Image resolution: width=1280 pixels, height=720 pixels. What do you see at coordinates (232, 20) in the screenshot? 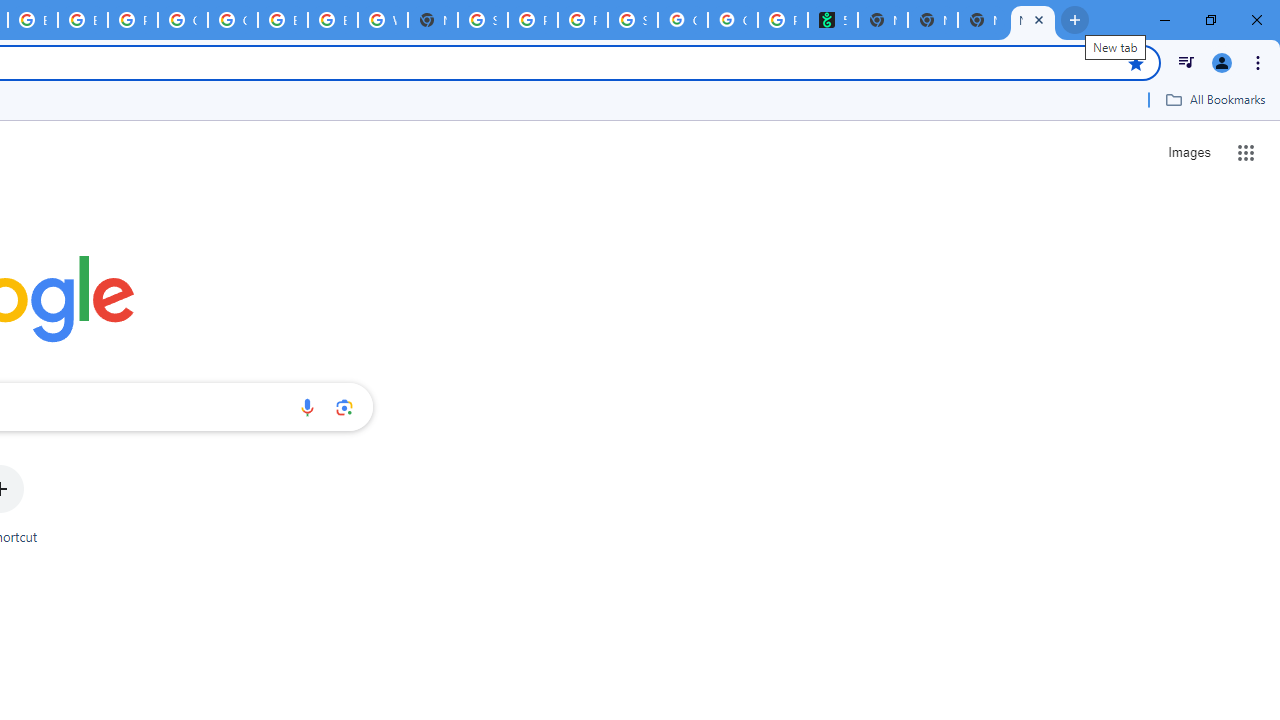
I see `'Google Cloud Platform'` at bounding box center [232, 20].